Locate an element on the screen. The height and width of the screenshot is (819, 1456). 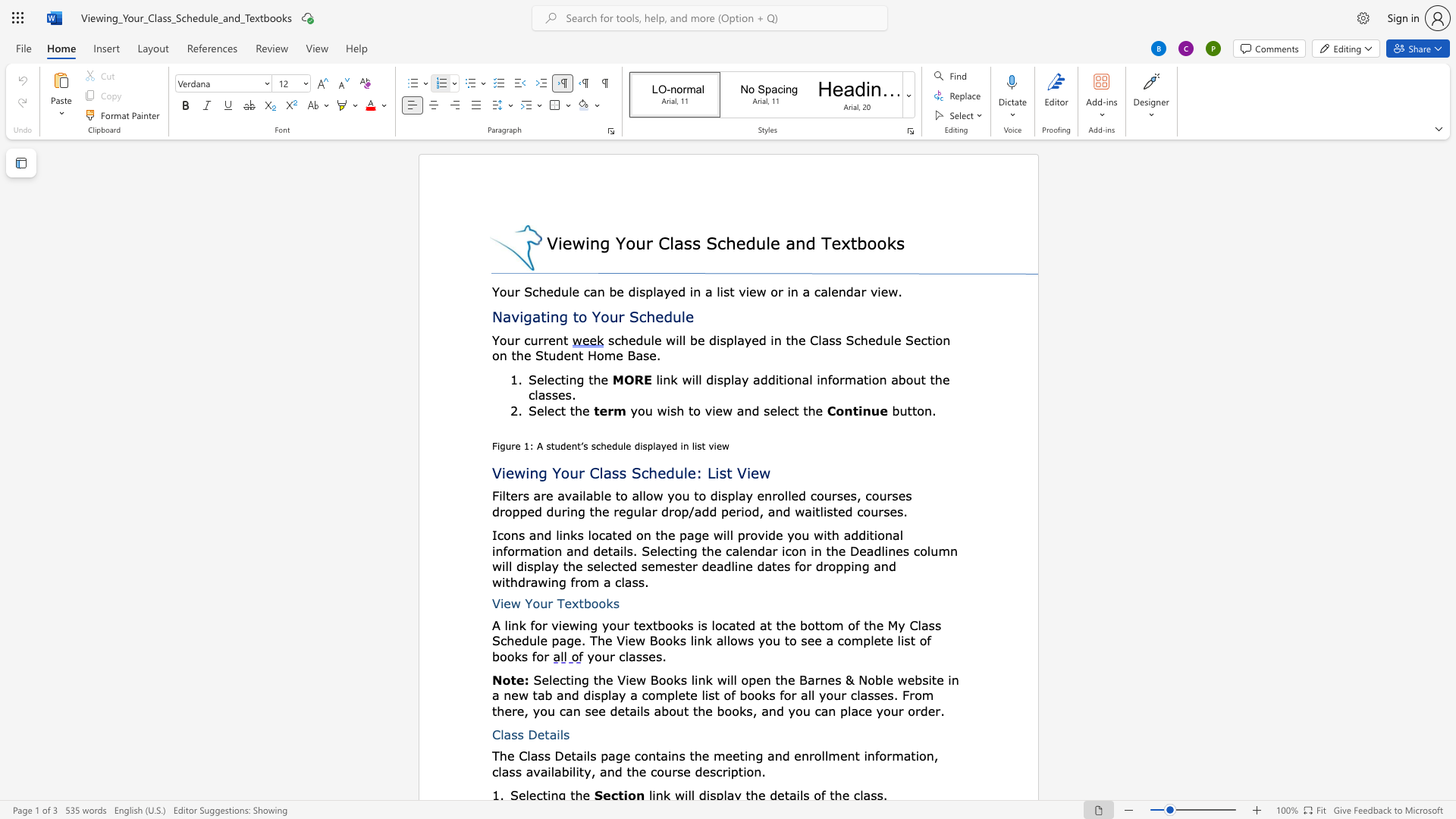
the 1th character "t" in the text is located at coordinates (565, 339).